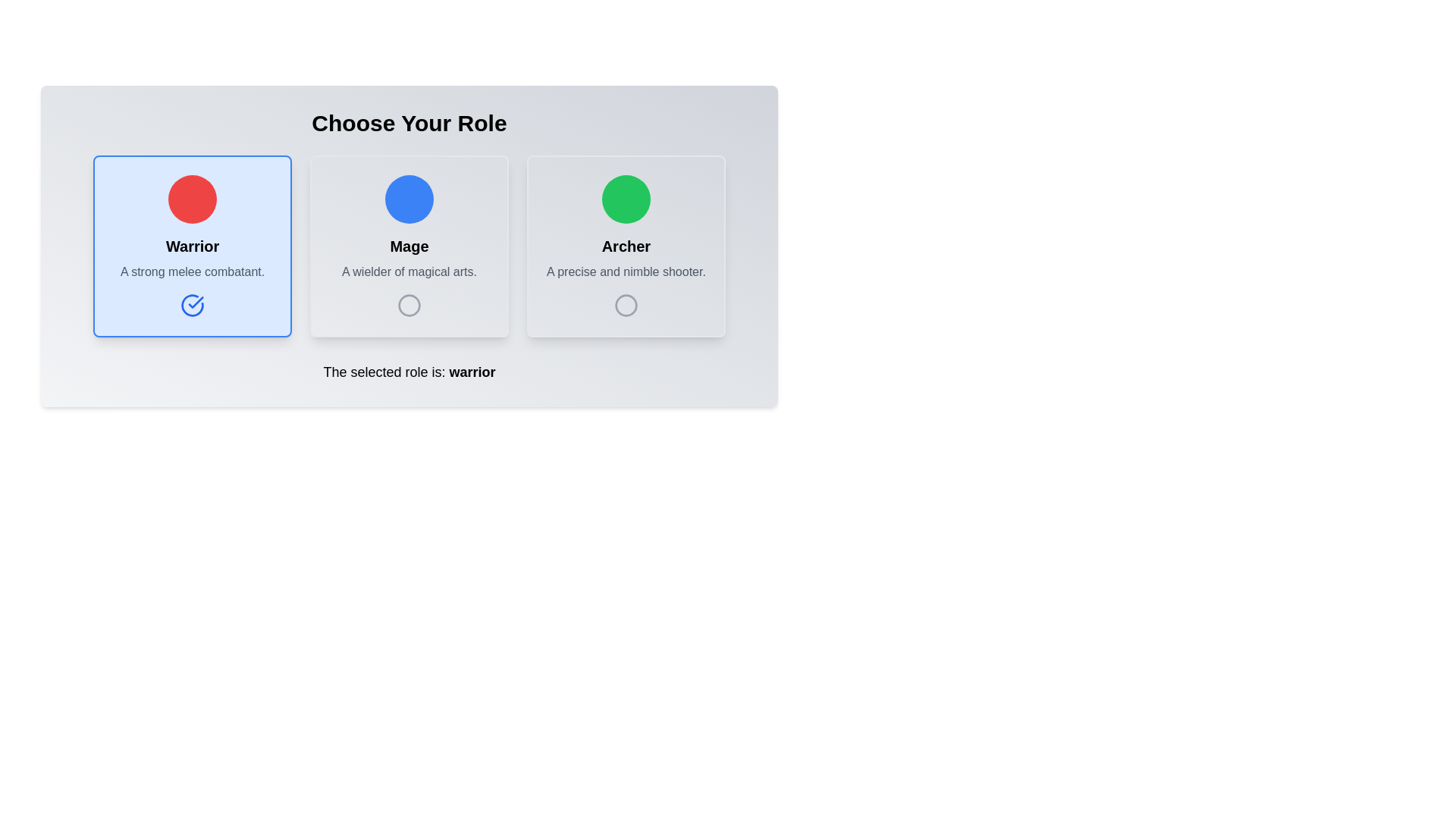 The height and width of the screenshot is (819, 1456). What do you see at coordinates (626, 305) in the screenshot?
I see `the circular indicator at the bottom center of the 'Archer' selection card` at bounding box center [626, 305].